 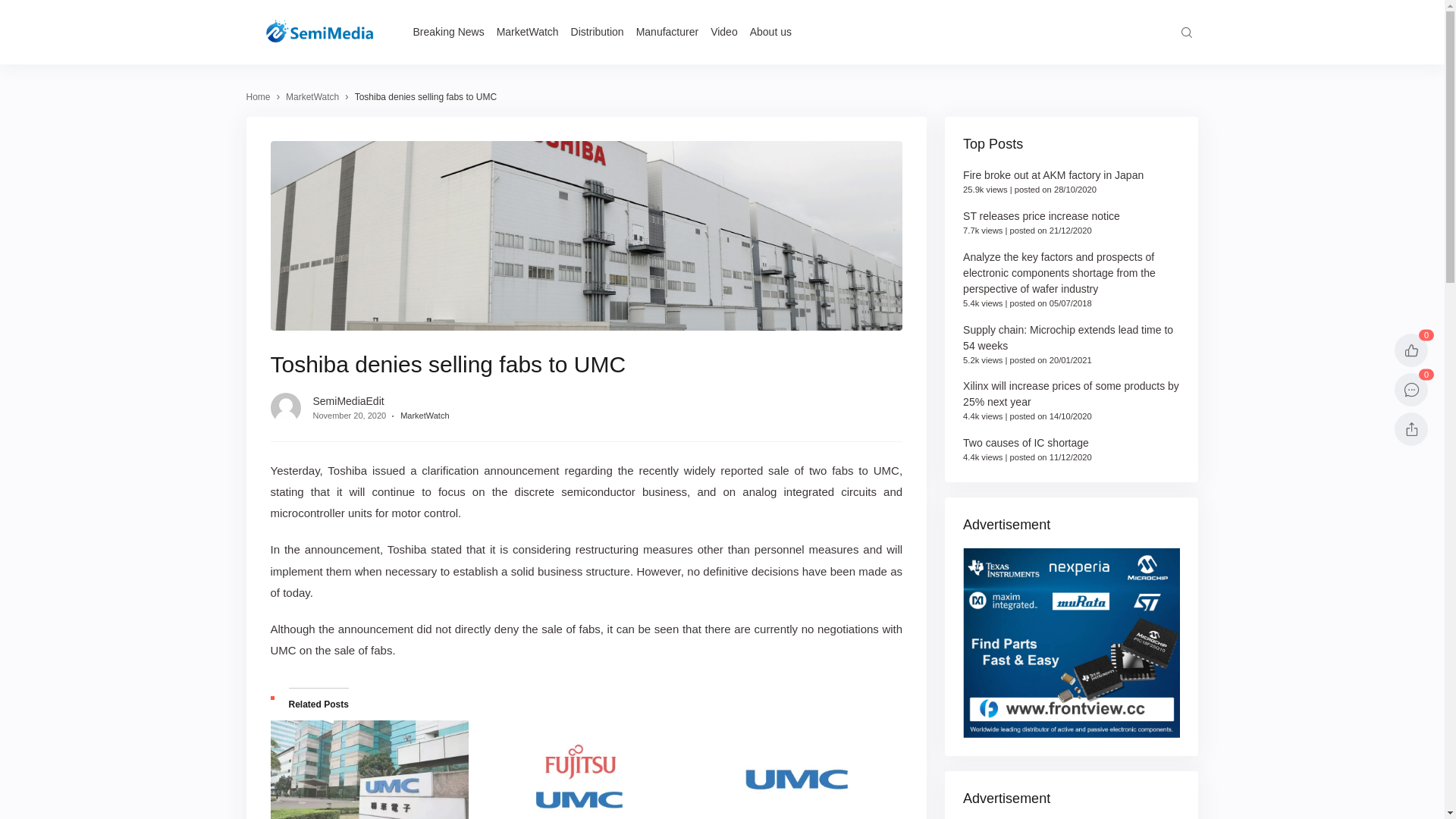 I want to click on 'Manufacturer', so click(x=636, y=32).